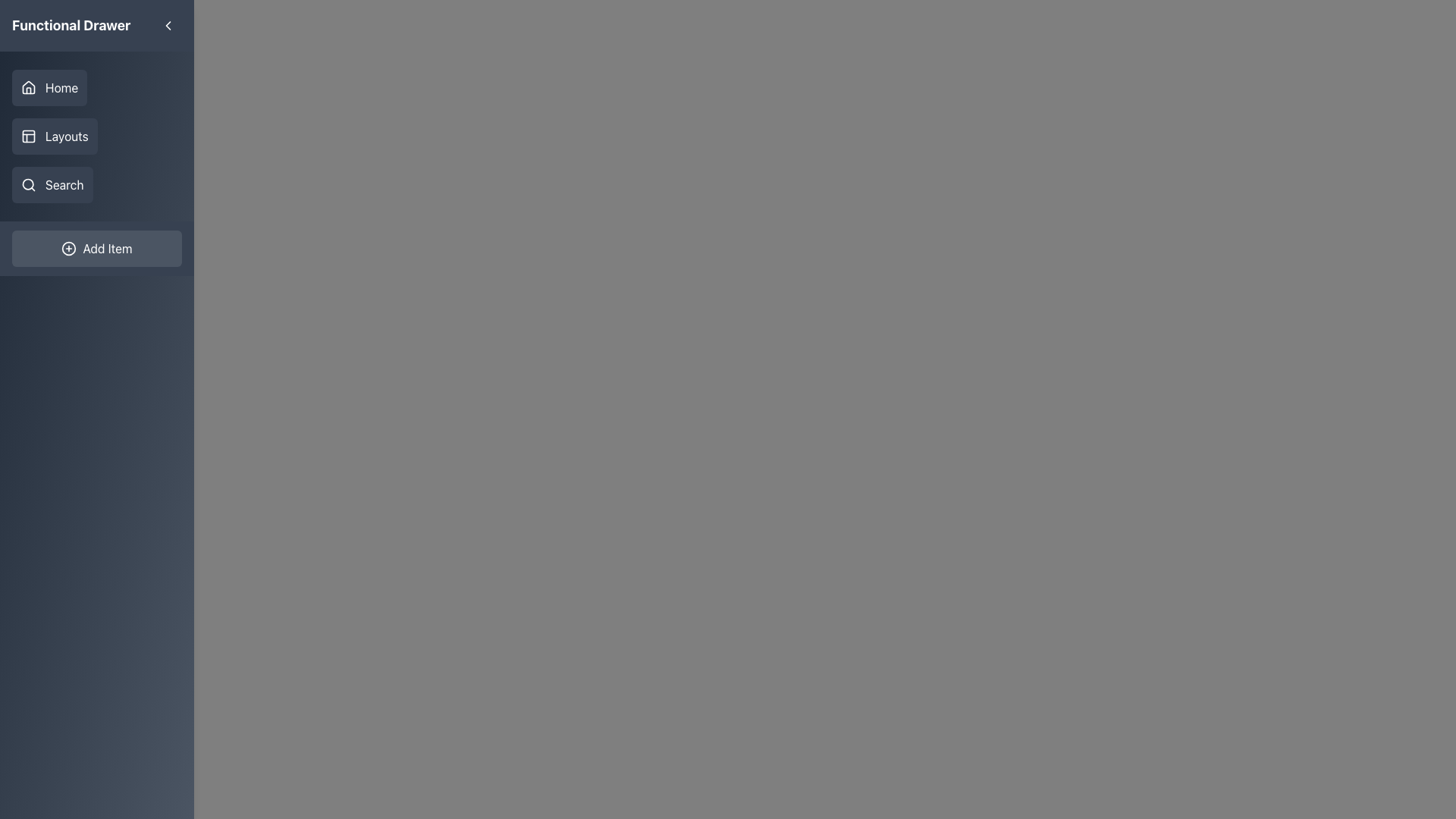 Image resolution: width=1456 pixels, height=819 pixels. I want to click on the 'Functional Drawer' text label, which is a bold, large font label located at the top-left corner of the sidebar with a dark gray background, so click(71, 26).